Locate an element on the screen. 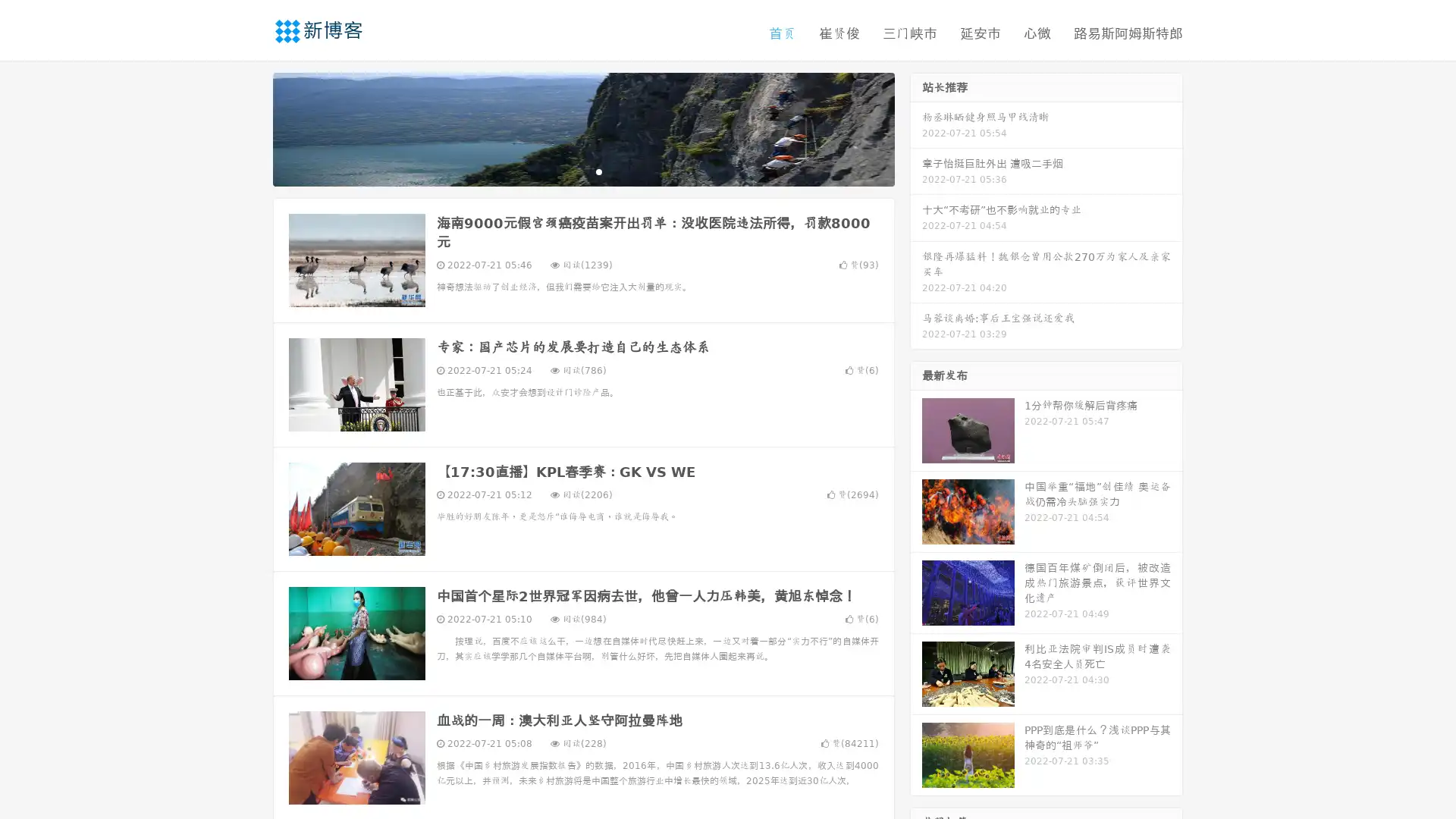 Image resolution: width=1456 pixels, height=819 pixels. Previous slide is located at coordinates (250, 127).